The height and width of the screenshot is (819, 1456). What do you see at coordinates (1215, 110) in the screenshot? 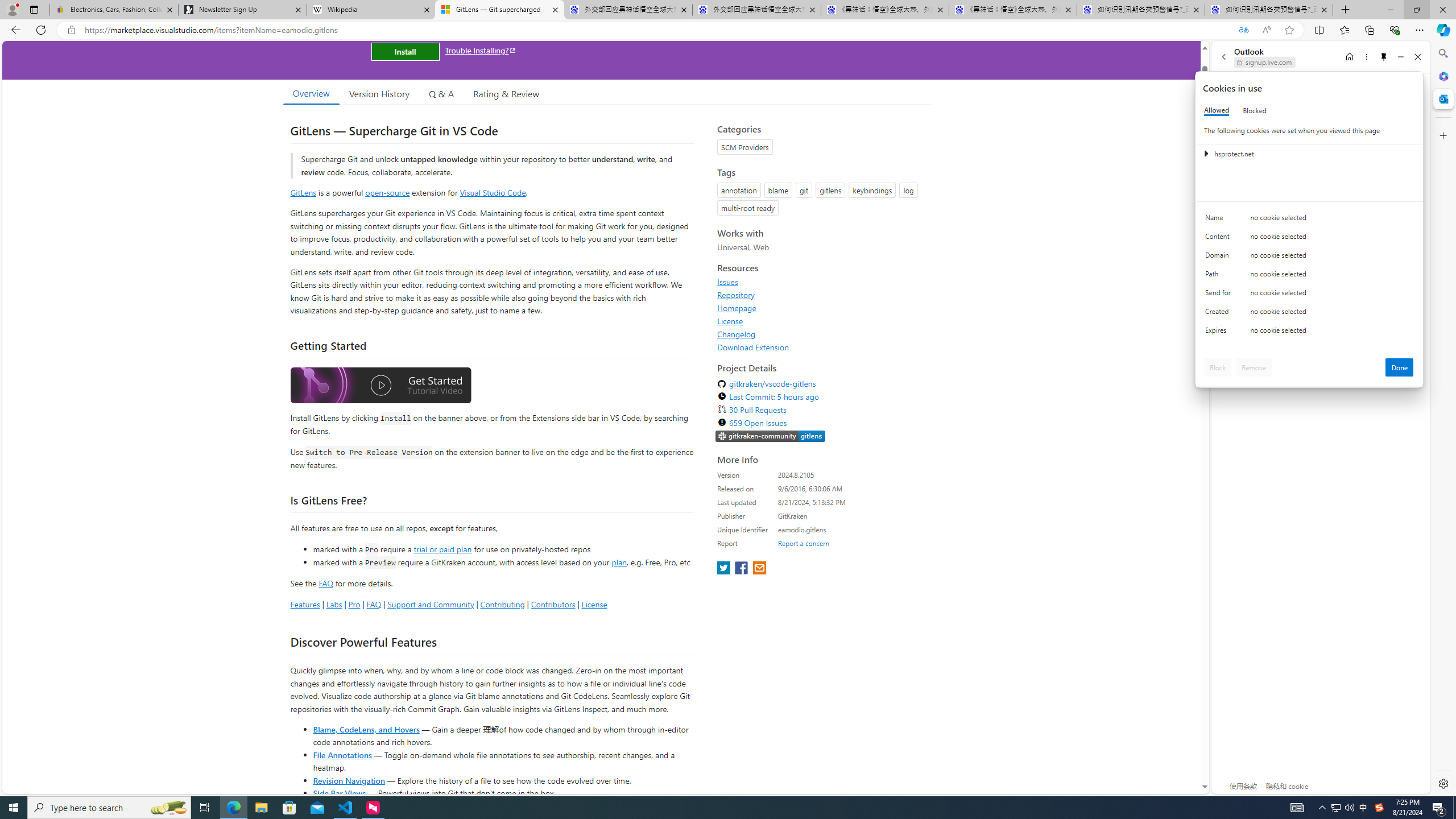
I see `'Allowed'` at bounding box center [1215, 110].